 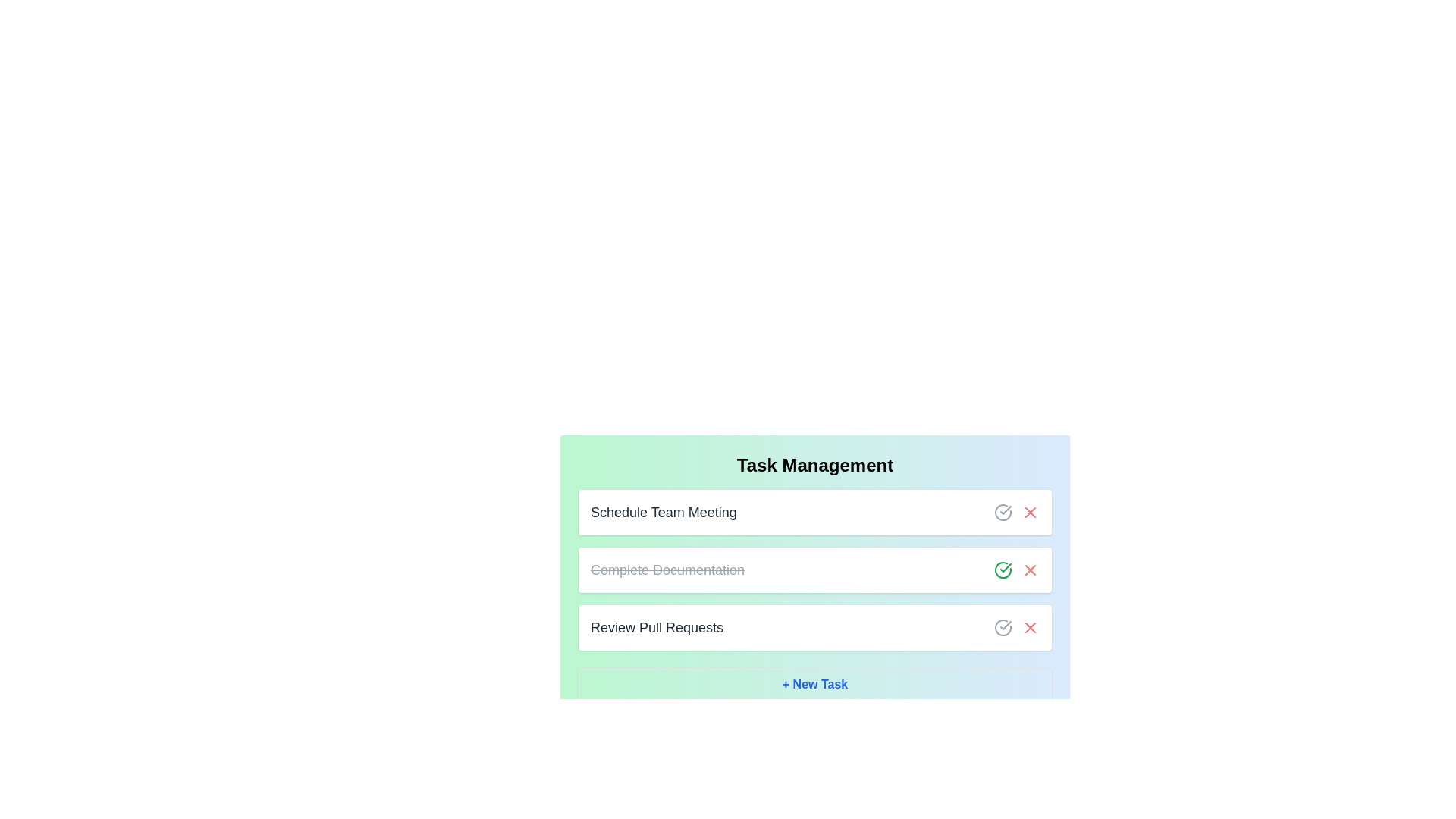 I want to click on delete button for the task 'Complete Documentation', so click(x=1030, y=570).